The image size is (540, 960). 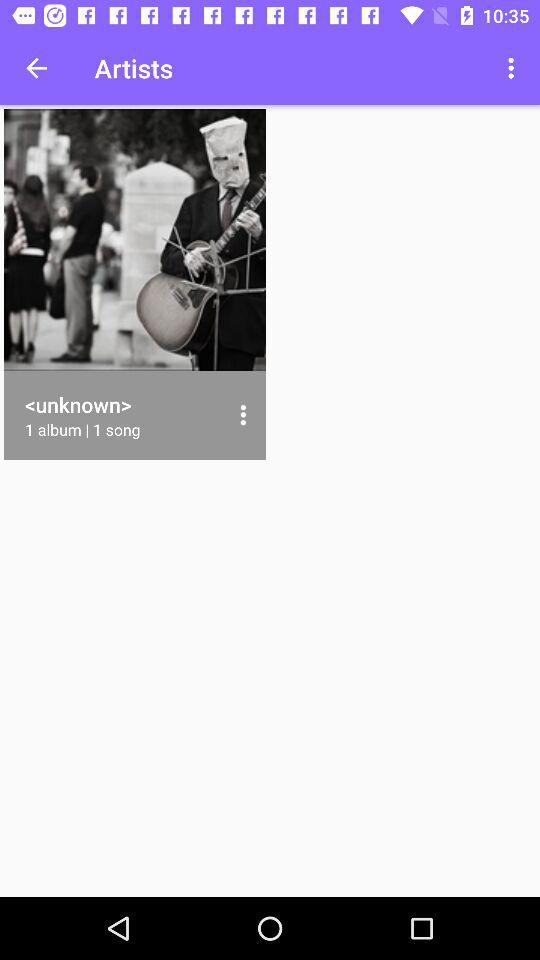 I want to click on icon to the right of the 1 album 1, so click(x=243, y=414).